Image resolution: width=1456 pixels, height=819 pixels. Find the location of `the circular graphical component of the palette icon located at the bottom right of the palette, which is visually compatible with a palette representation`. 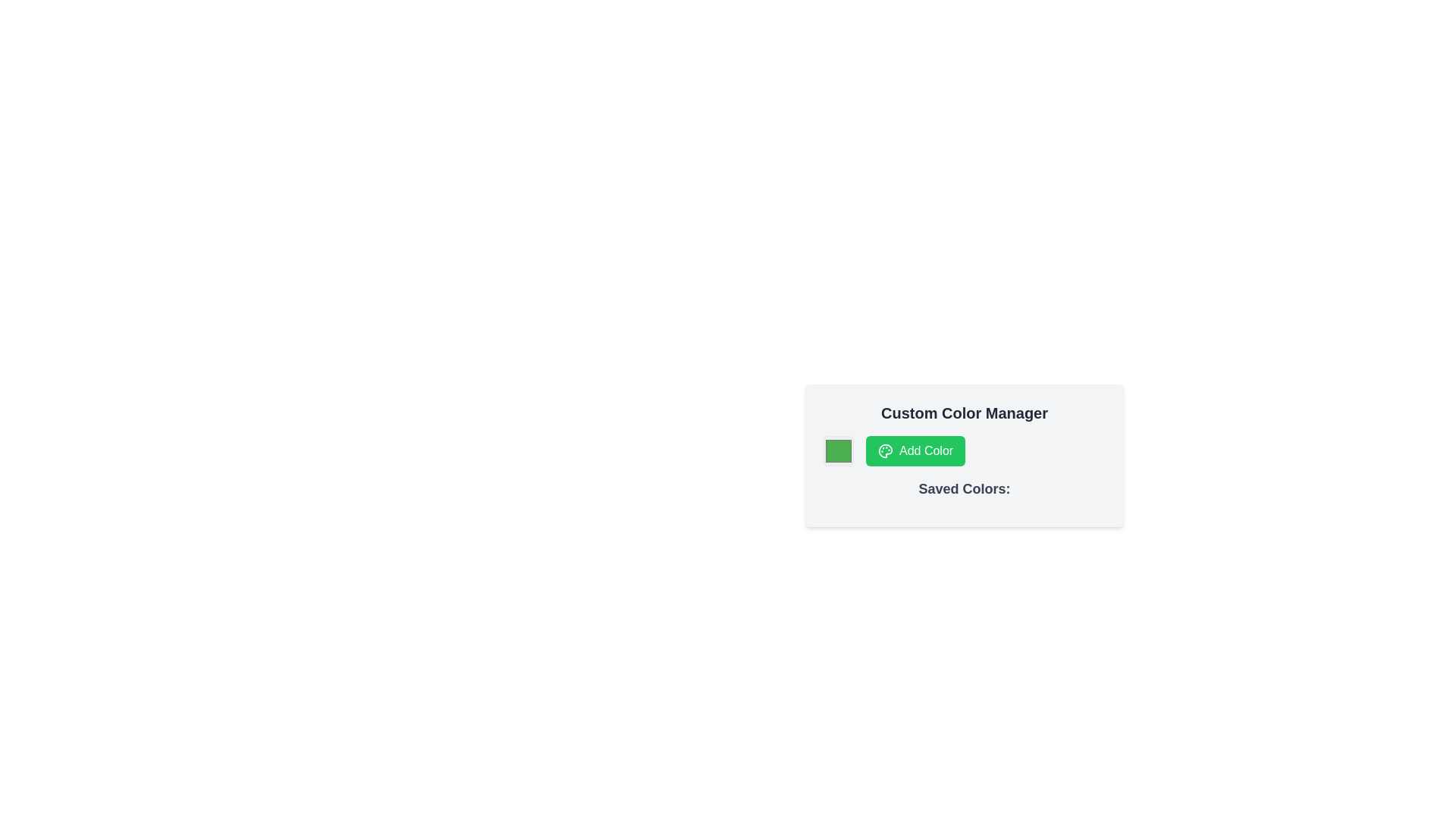

the circular graphical component of the palette icon located at the bottom right of the palette, which is visually compatible with a palette representation is located at coordinates (885, 450).